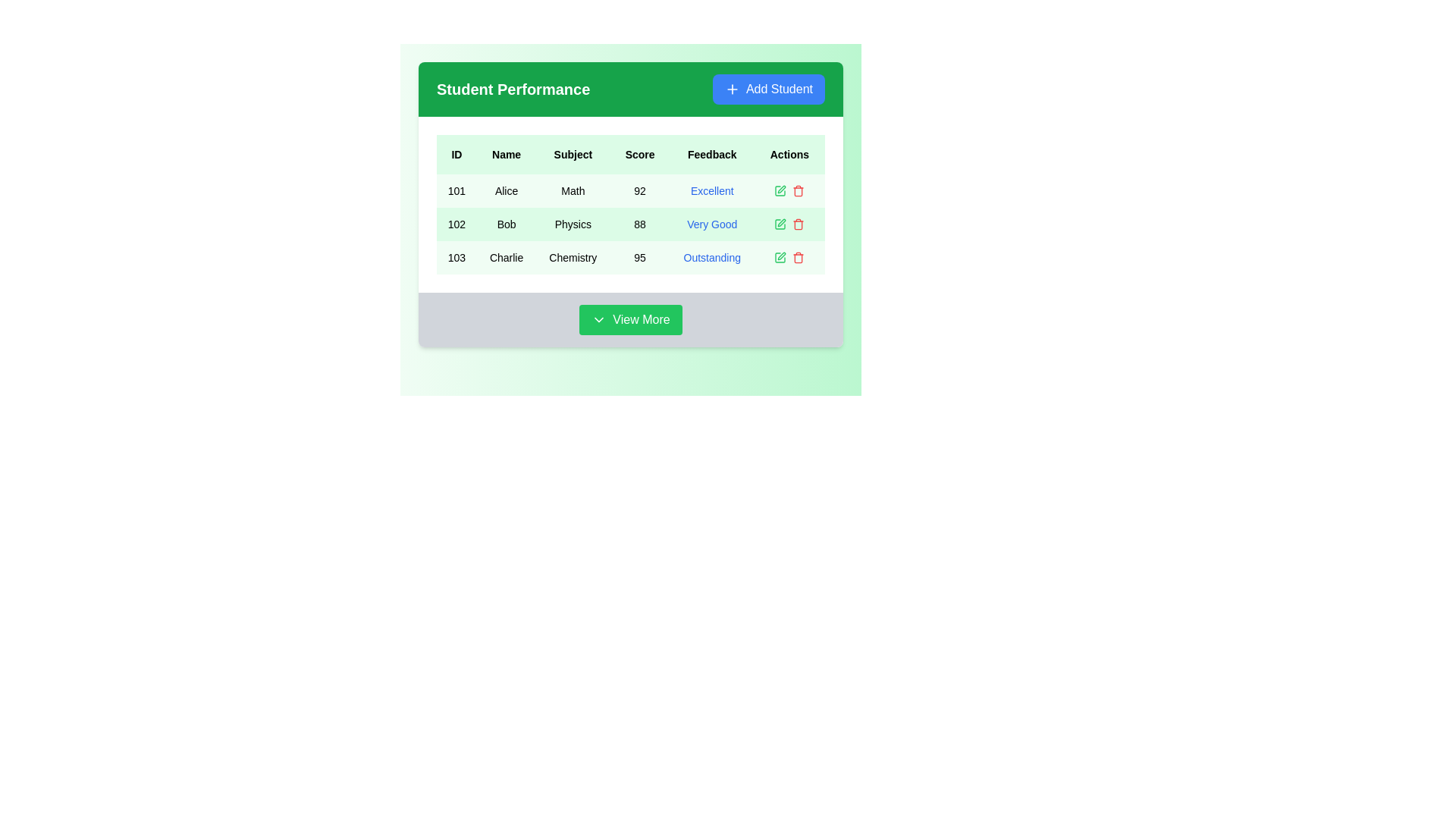  What do you see at coordinates (780, 256) in the screenshot?
I see `the edit button in the 'Actions' column for the 'Charlie' row` at bounding box center [780, 256].